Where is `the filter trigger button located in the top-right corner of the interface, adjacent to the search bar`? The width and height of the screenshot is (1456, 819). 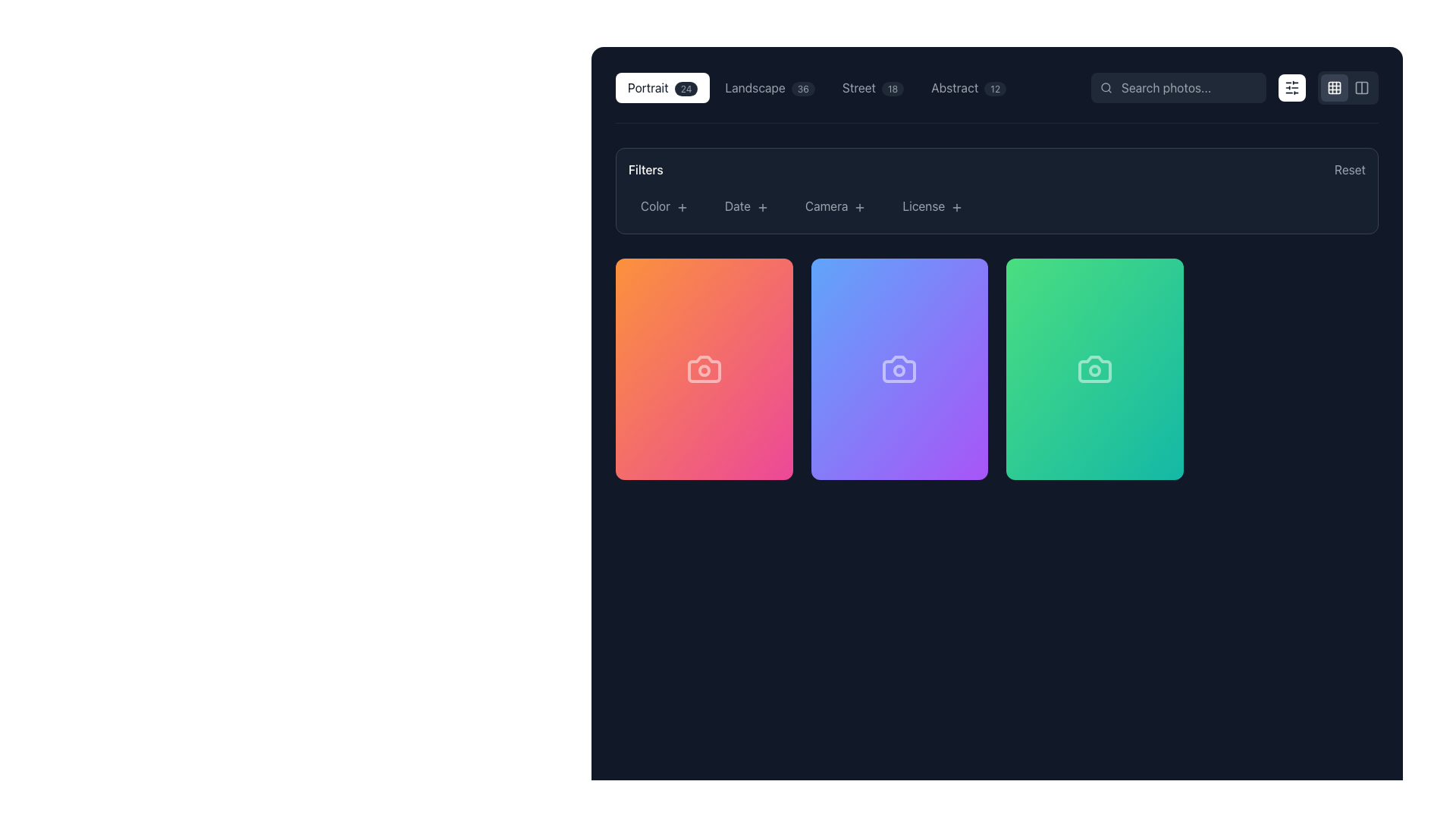 the filter trigger button located in the top-right corner of the interface, adjacent to the search bar is located at coordinates (1291, 87).